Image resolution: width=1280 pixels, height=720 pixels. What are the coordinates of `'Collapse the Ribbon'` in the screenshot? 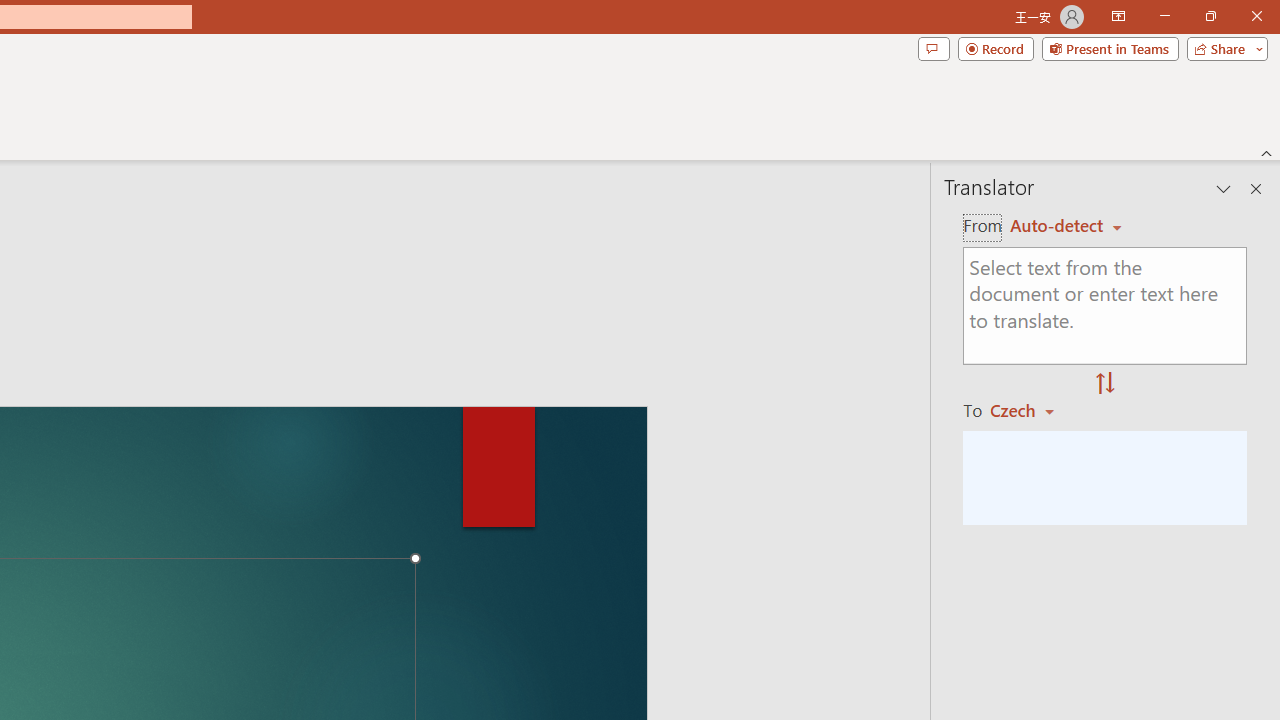 It's located at (1266, 152).